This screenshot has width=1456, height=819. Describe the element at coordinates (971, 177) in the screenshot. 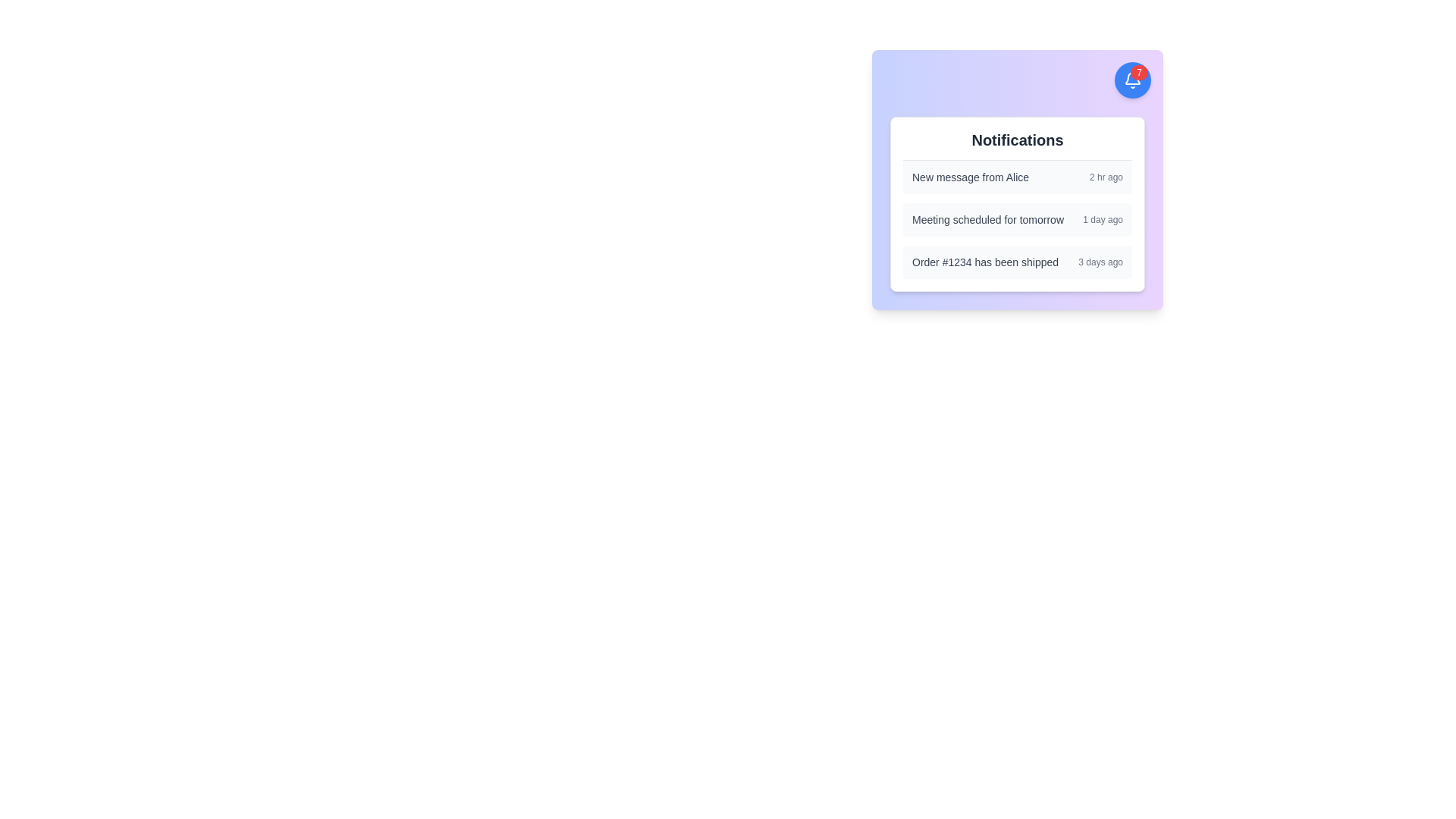

I see `the static text label that displays 'New message from Alice', which is styled in a small font size and medium gray color, located in the notification section` at that location.